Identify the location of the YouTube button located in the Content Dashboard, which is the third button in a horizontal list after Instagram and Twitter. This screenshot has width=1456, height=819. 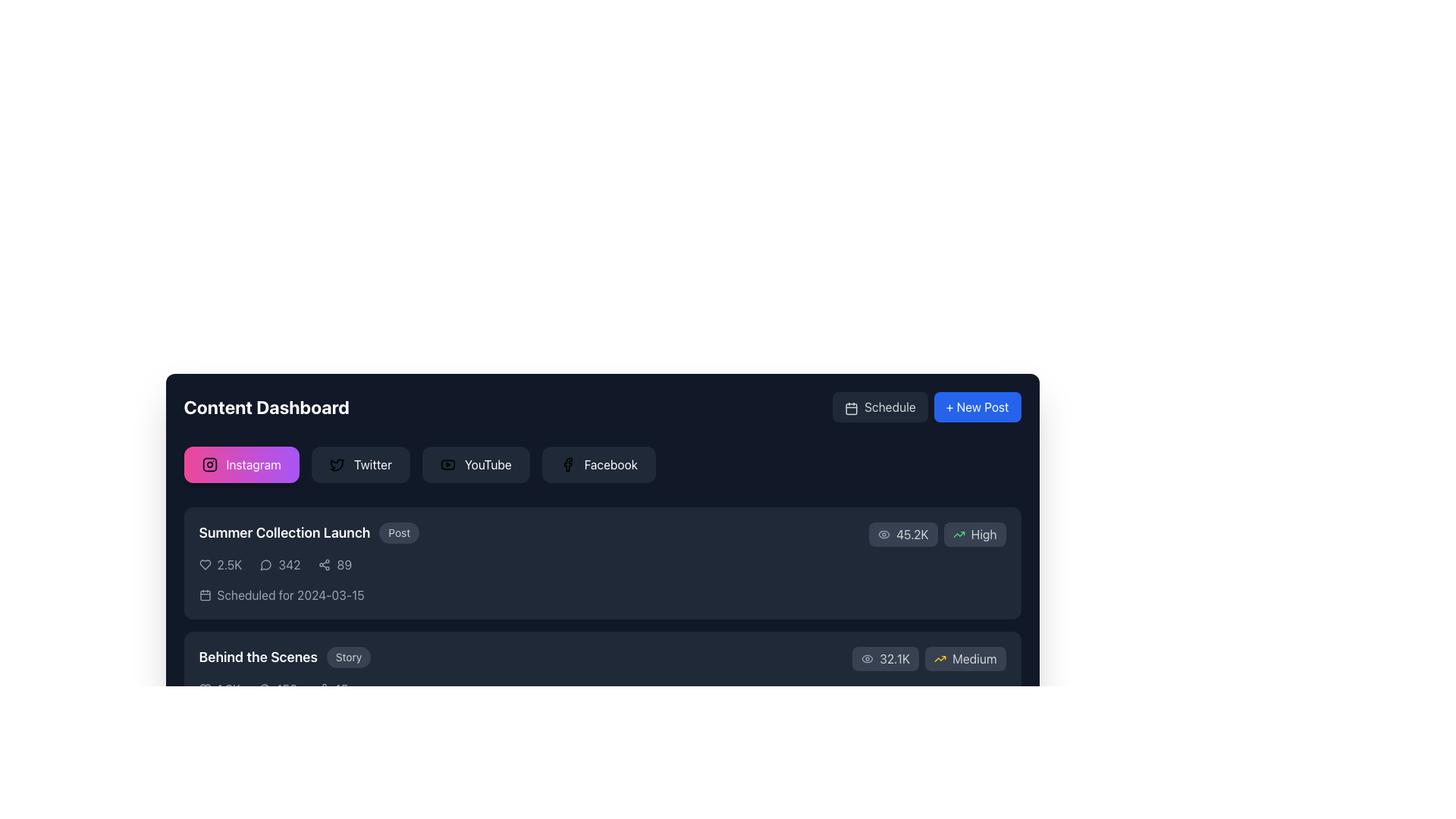
(447, 464).